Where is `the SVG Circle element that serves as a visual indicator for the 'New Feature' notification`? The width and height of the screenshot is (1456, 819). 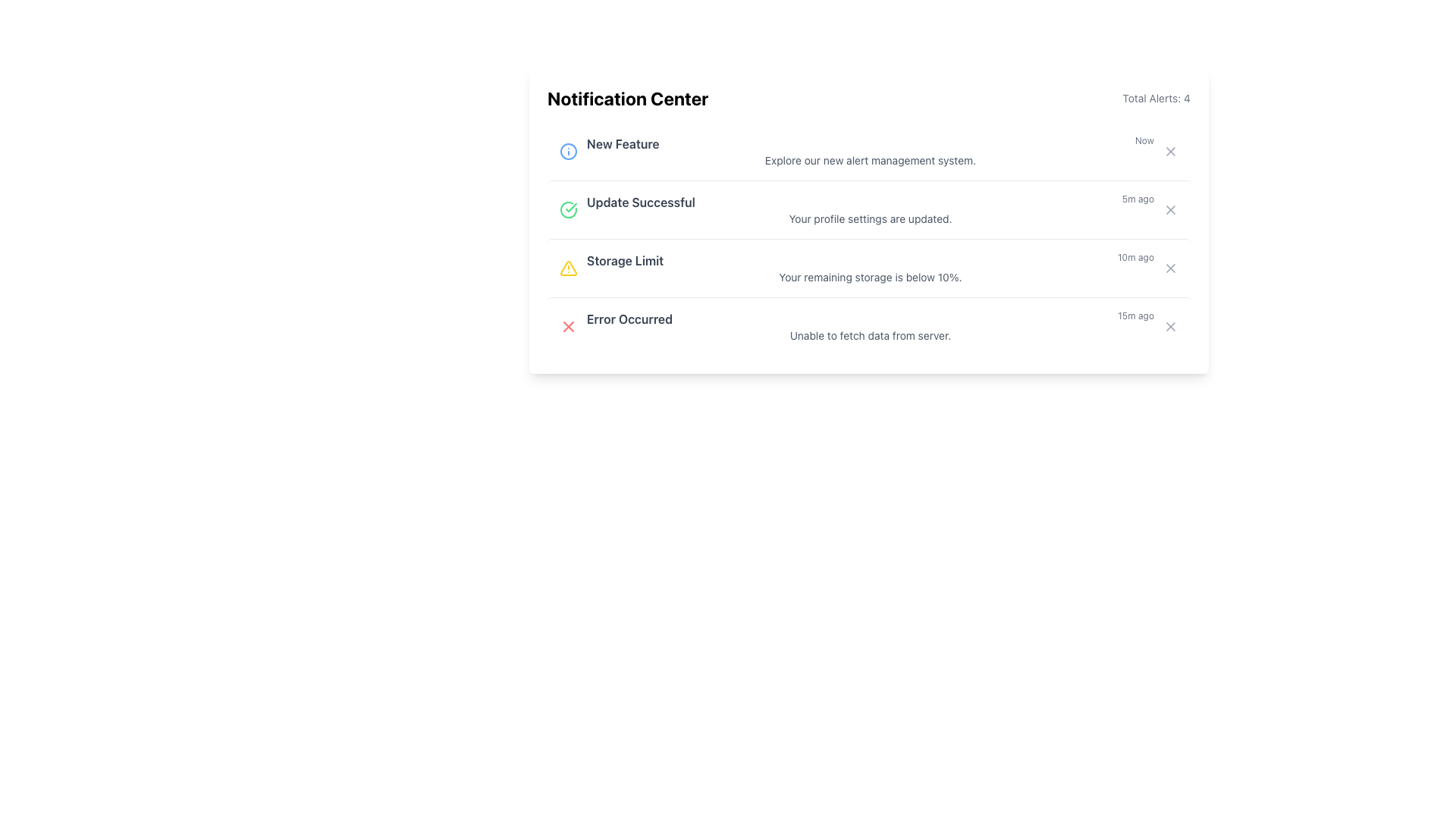
the SVG Circle element that serves as a visual indicator for the 'New Feature' notification is located at coordinates (567, 152).